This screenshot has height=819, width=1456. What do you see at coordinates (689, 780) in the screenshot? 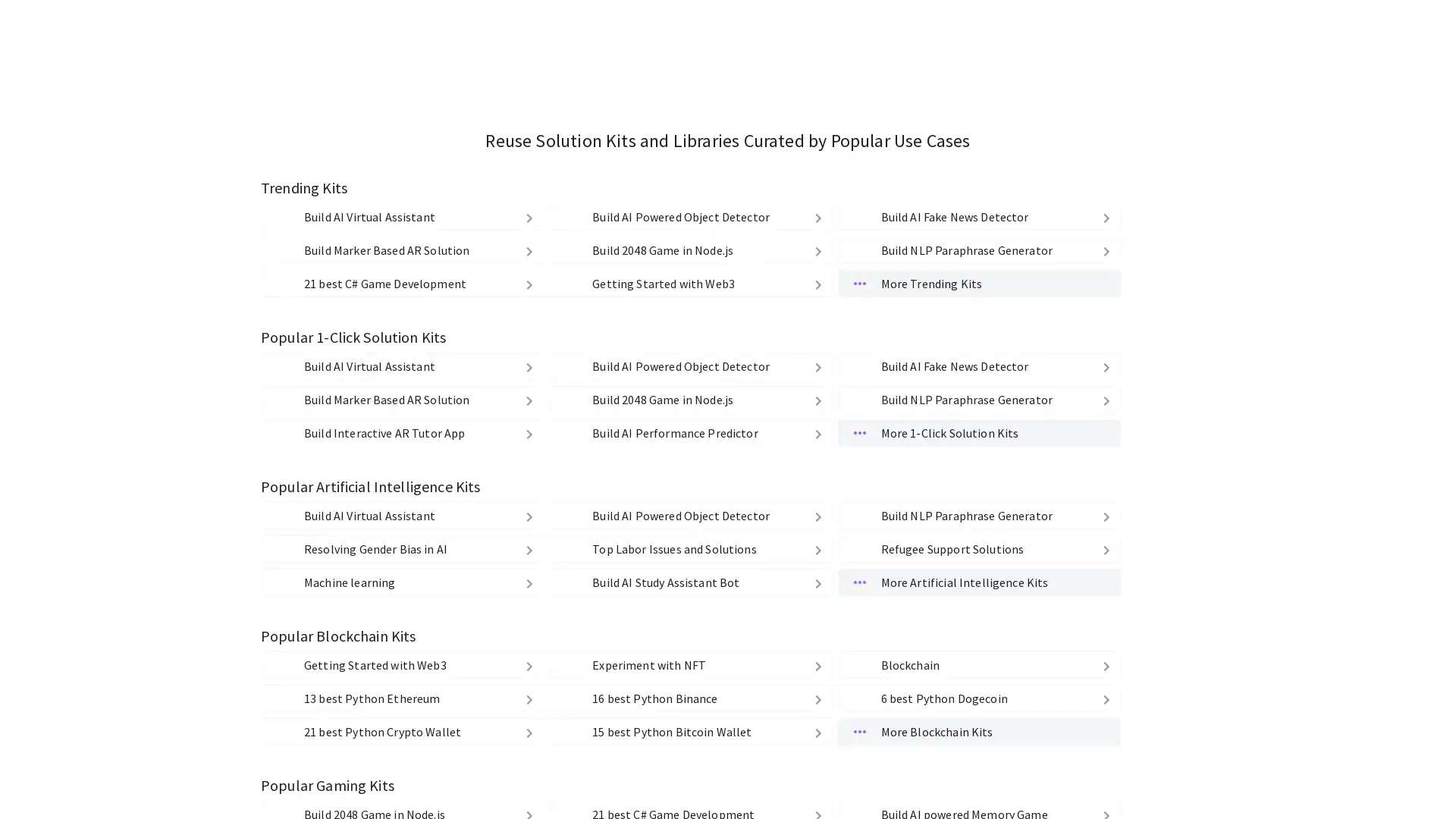
I see `1110 Build 2048 Game in Node.js` at bounding box center [689, 780].